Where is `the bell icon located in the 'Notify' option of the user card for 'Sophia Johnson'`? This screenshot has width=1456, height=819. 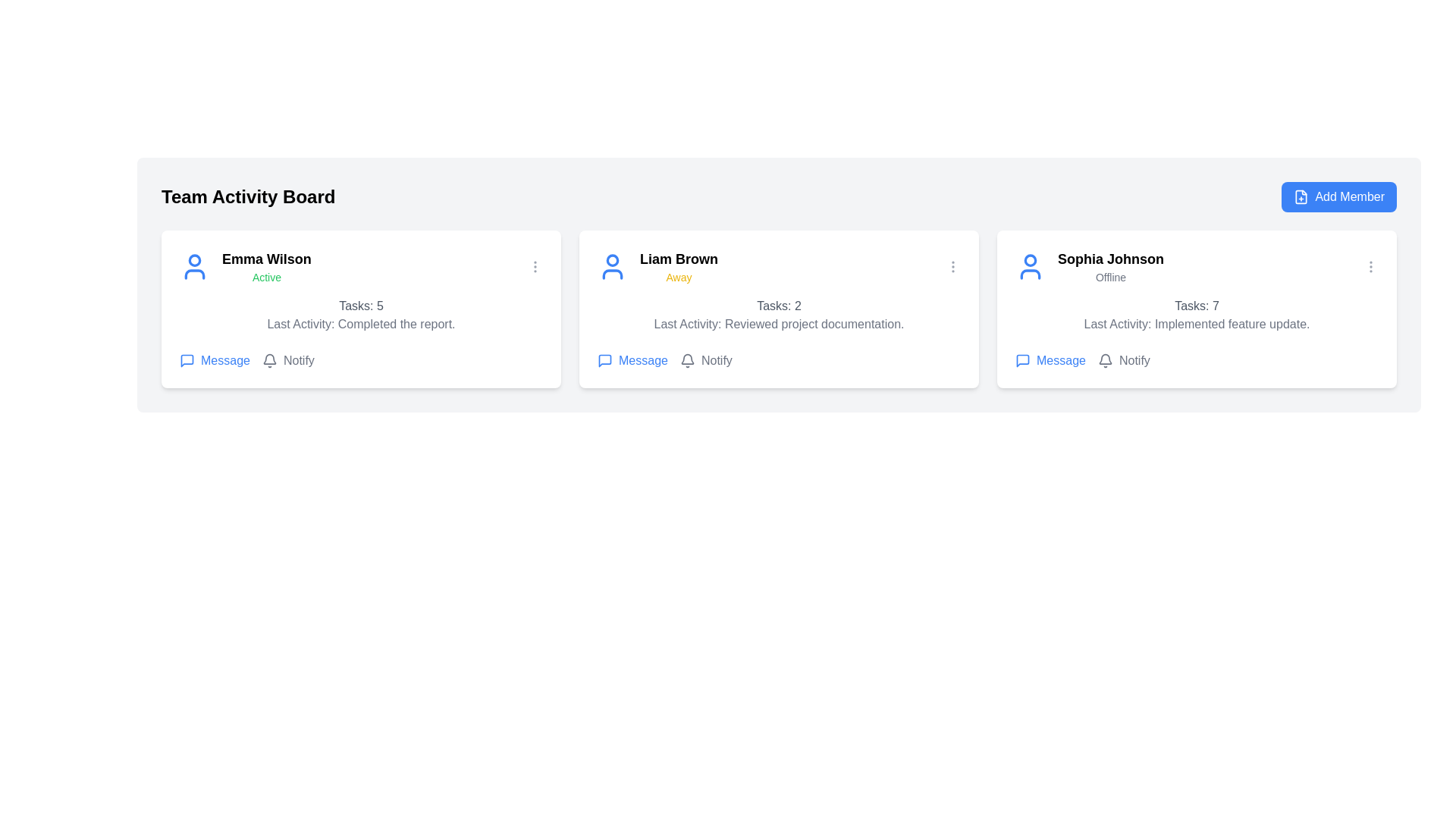 the bell icon located in the 'Notify' option of the user card for 'Sophia Johnson' is located at coordinates (1105, 360).